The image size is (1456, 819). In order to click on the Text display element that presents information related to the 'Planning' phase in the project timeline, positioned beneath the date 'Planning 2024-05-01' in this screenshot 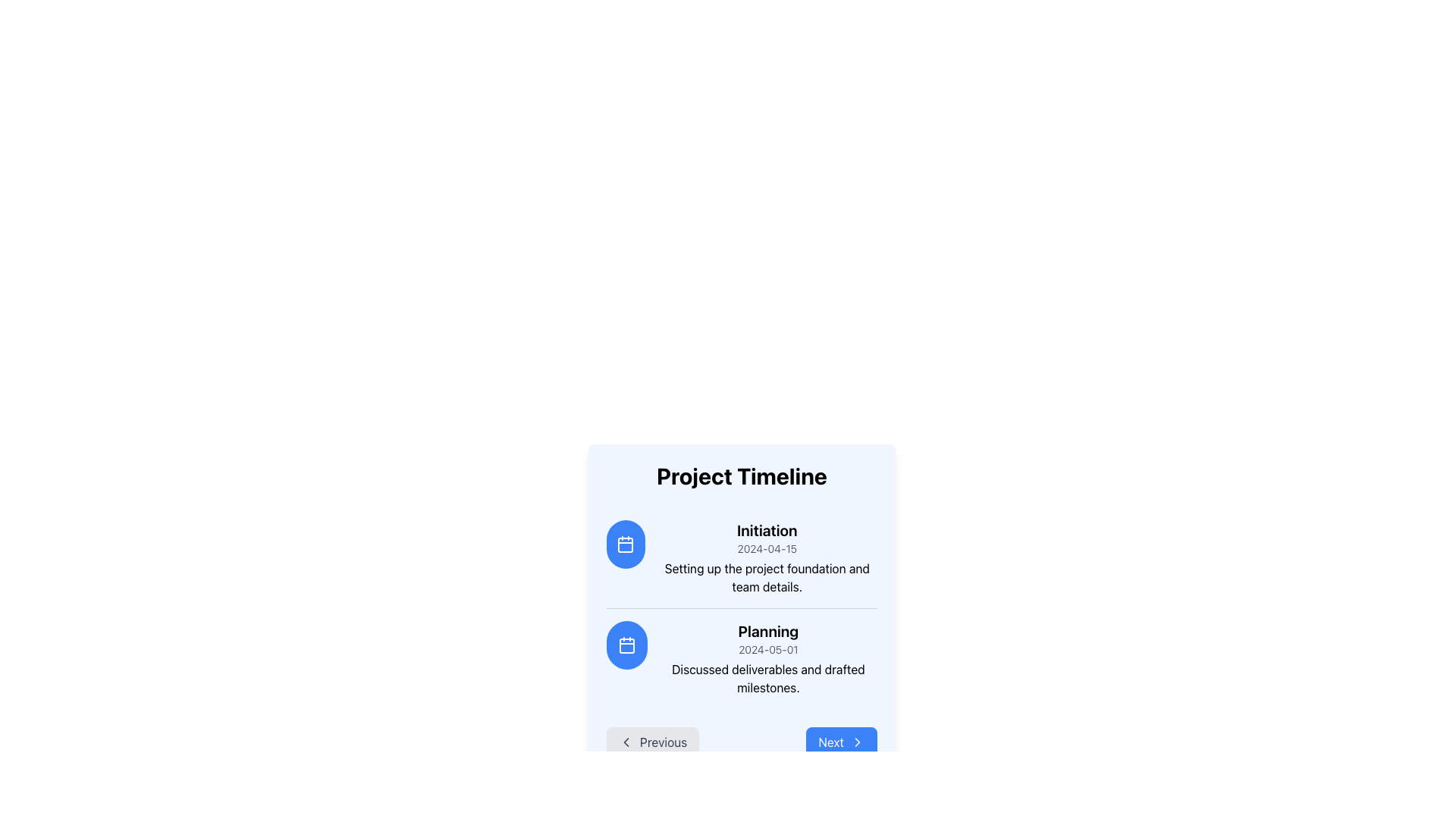, I will do `click(768, 677)`.